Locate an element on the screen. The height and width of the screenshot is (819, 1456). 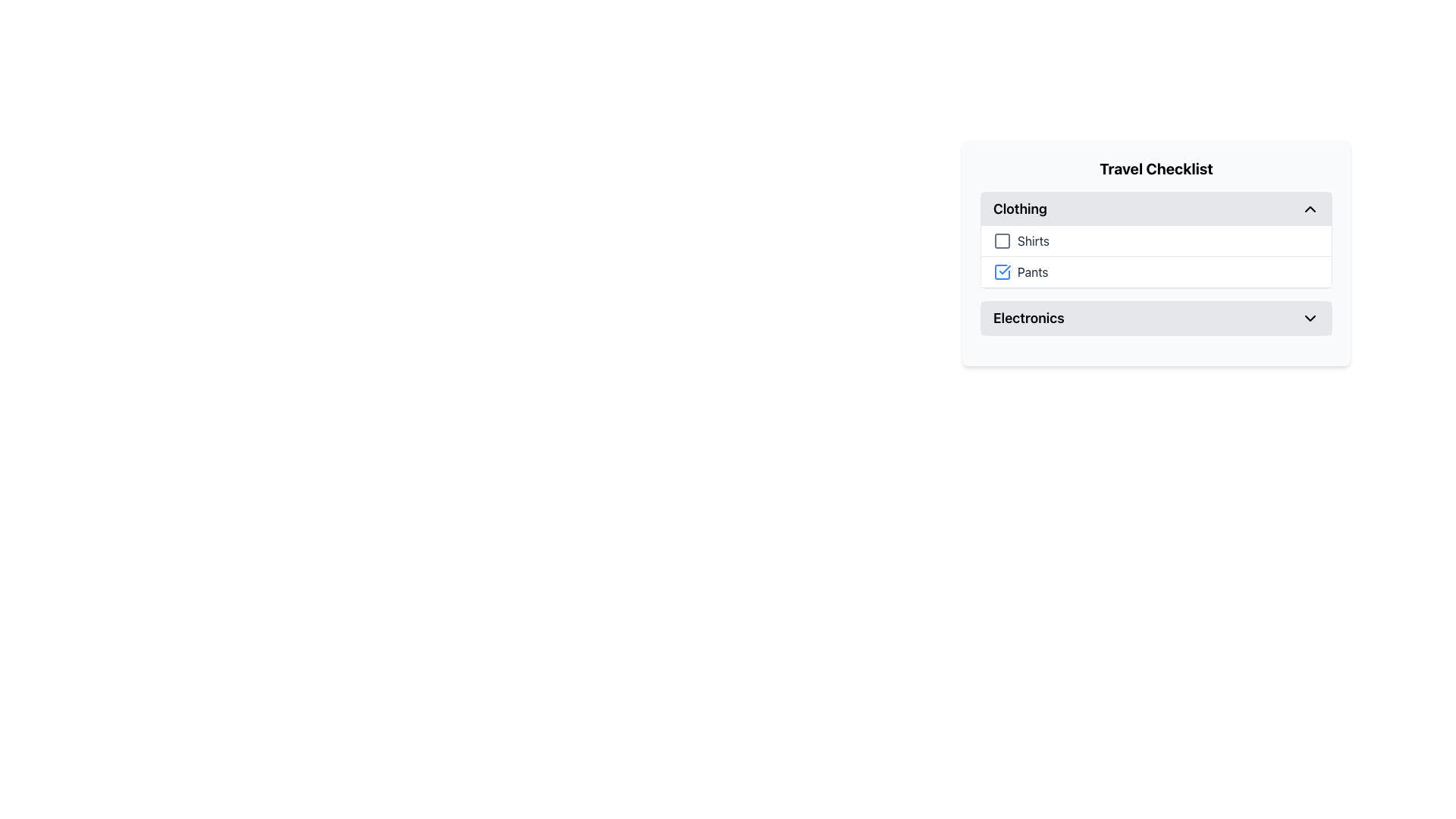
the 'Electronics' text label located in the horizontal light-gray bar, which is left-aligned and has an adjacent chevron-down icon indicating an expandable section is located at coordinates (1028, 318).